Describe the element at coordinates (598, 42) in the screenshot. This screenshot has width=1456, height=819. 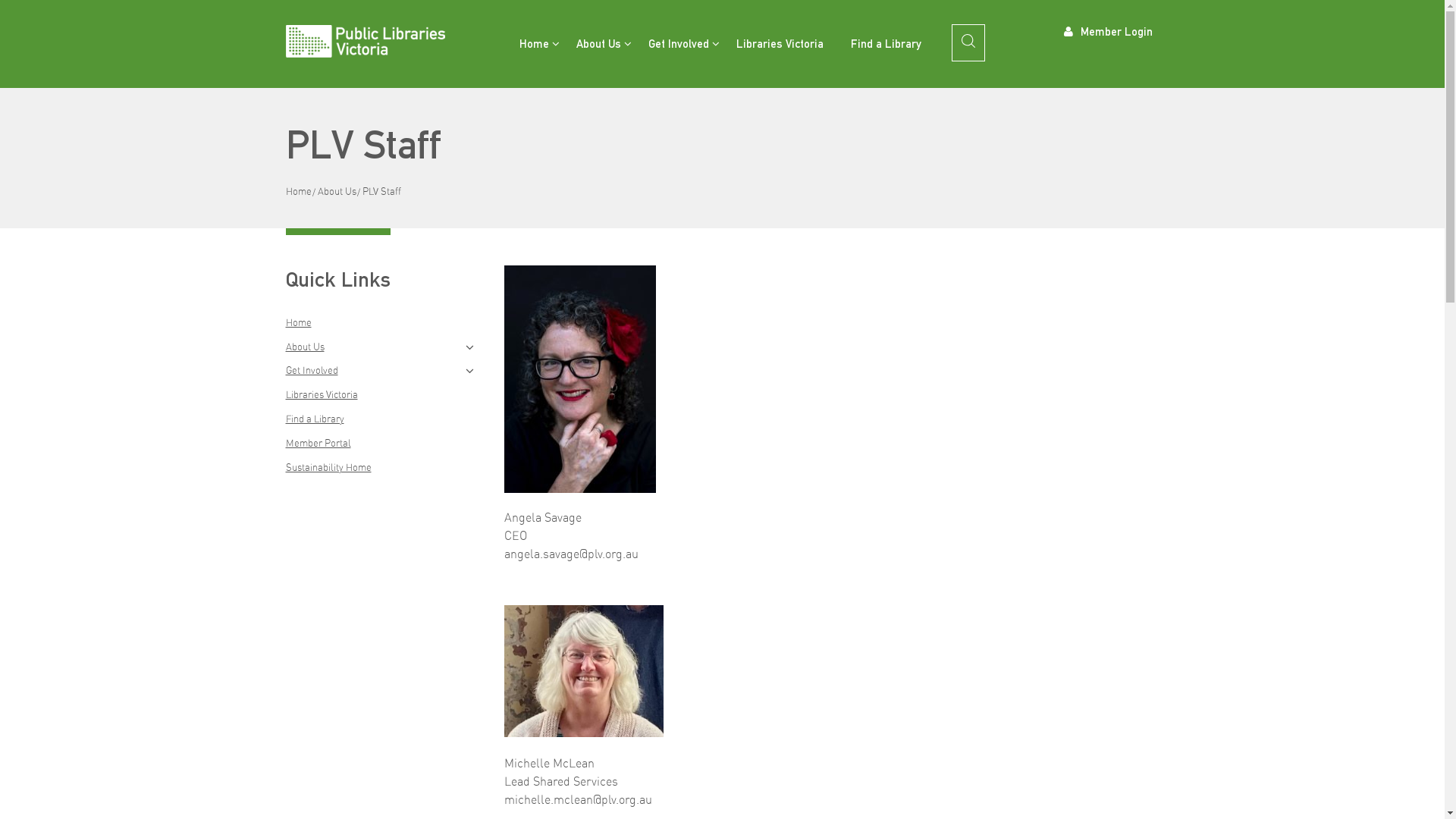
I see `'About Us'` at that location.